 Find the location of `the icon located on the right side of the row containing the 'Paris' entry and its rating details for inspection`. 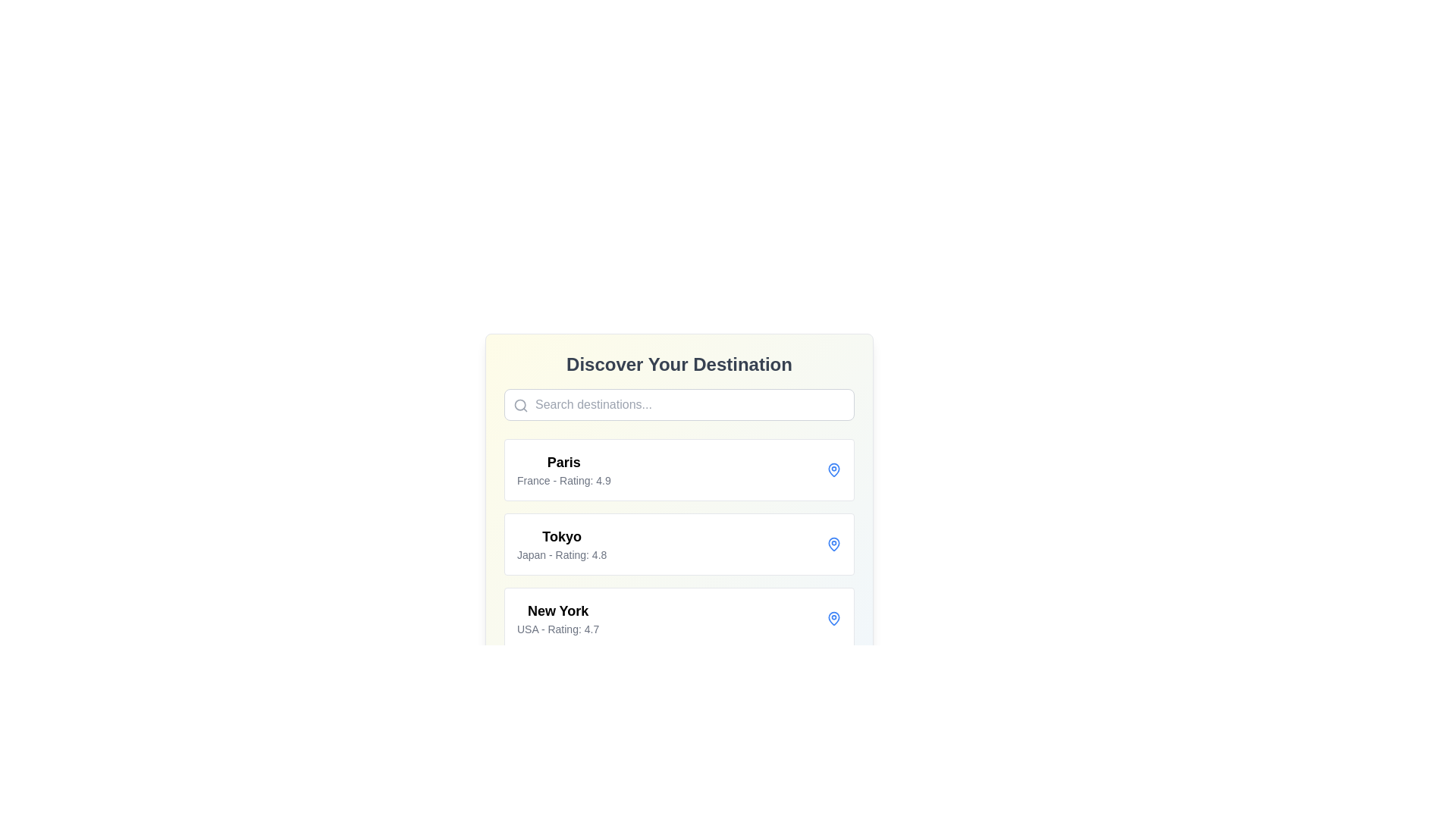

the icon located on the right side of the row containing the 'Paris' entry and its rating details for inspection is located at coordinates (833, 469).